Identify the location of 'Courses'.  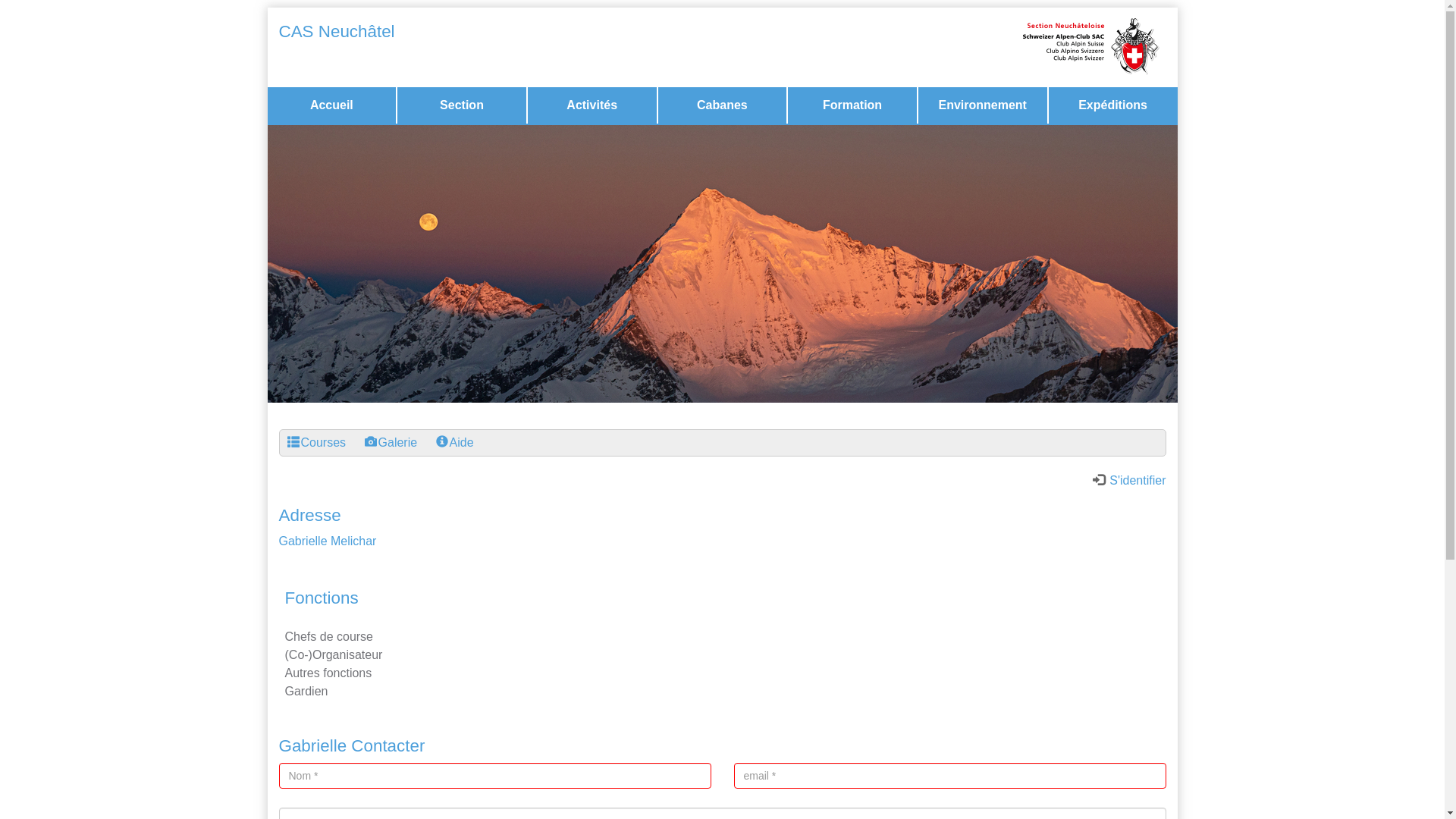
(315, 442).